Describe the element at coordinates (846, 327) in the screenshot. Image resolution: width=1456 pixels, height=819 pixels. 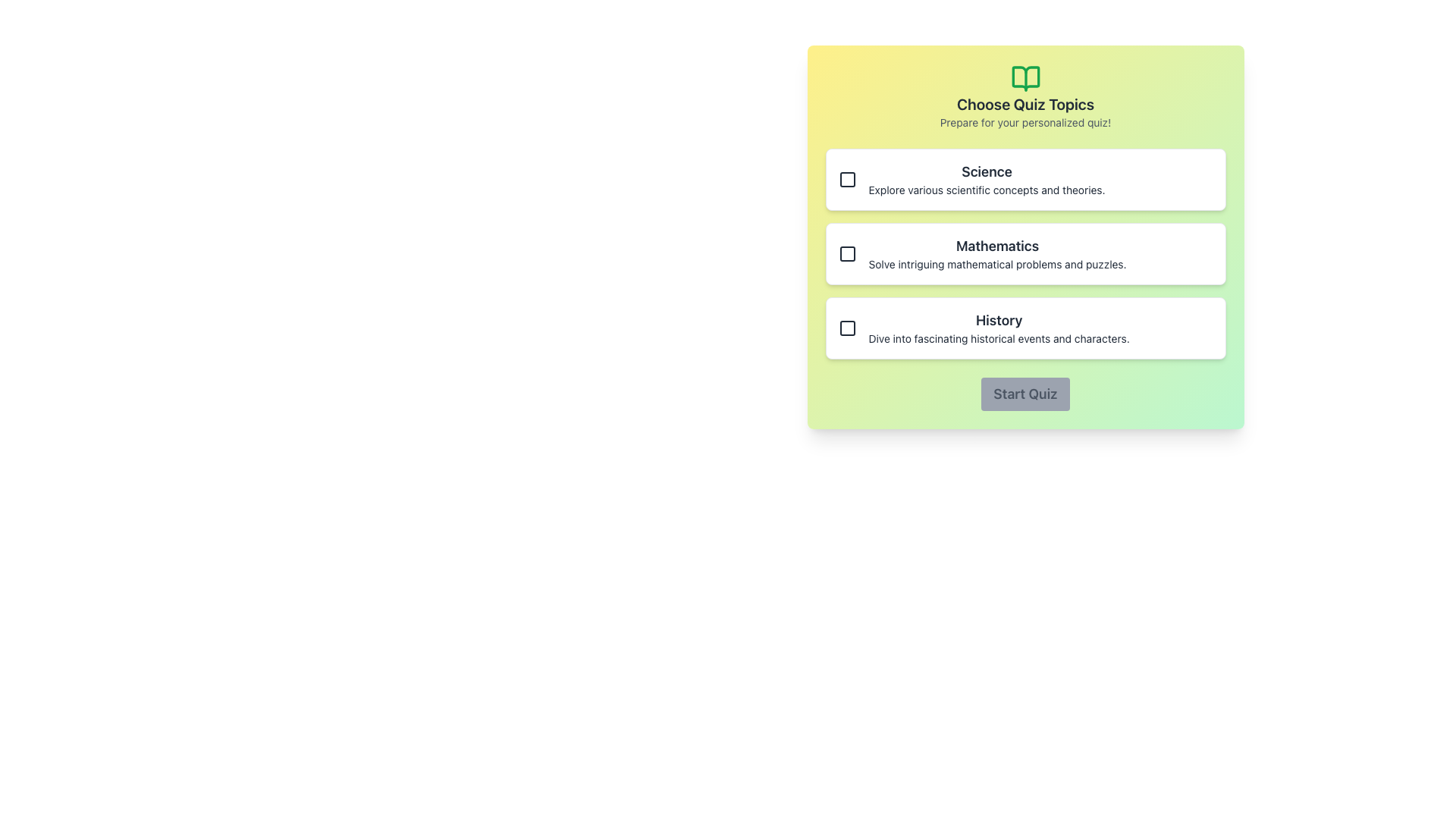
I see `the checkbox for the topic 'History' to enable keyboard interaction` at that location.